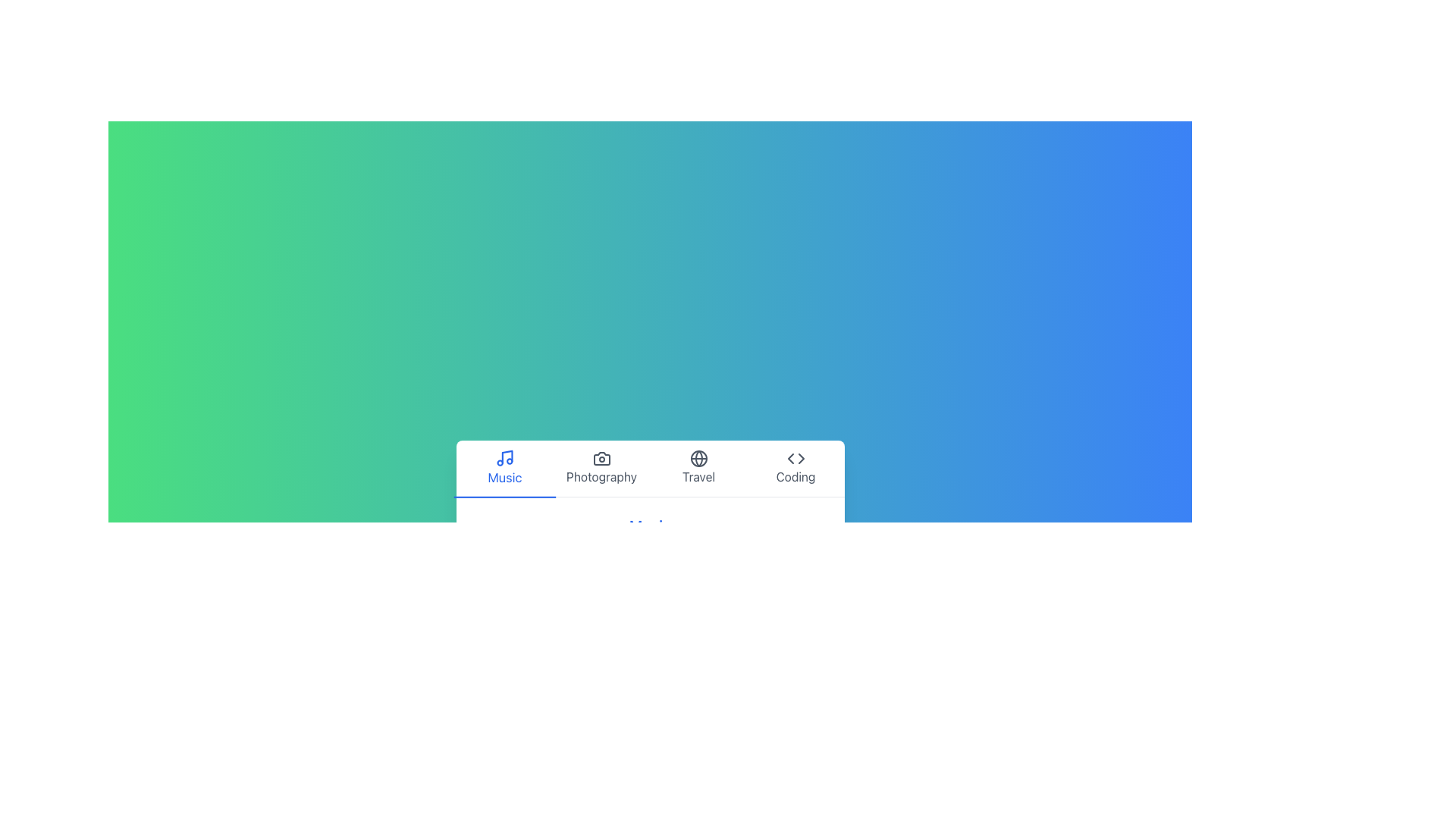 This screenshot has width=1456, height=819. Describe the element at coordinates (698, 467) in the screenshot. I see `the 'Travel' button, which is a gray-themed button with a globe icon above the text 'Travel', located as the third item in a list of four sections (Music, Photography, Travel, Coding)` at that location.